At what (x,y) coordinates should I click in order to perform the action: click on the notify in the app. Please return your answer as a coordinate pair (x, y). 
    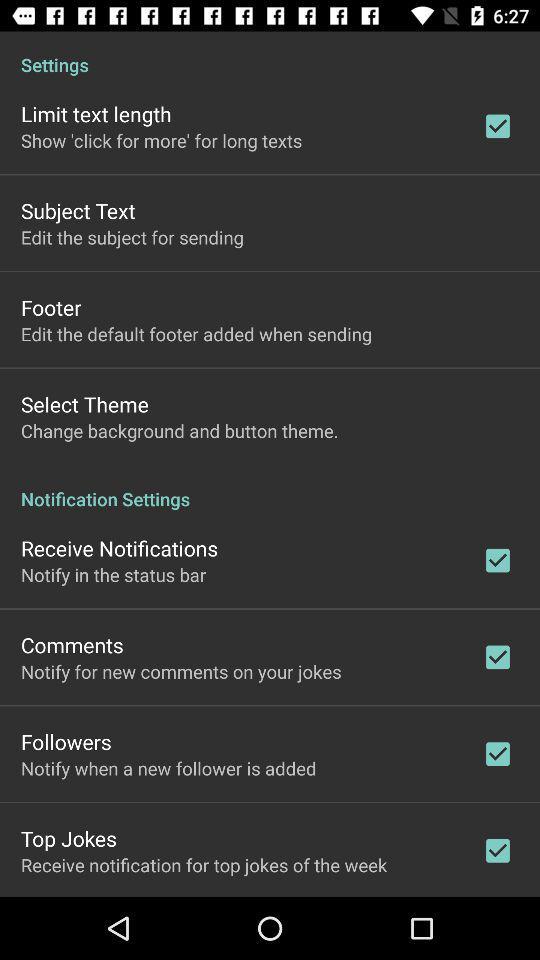
    Looking at the image, I should click on (113, 574).